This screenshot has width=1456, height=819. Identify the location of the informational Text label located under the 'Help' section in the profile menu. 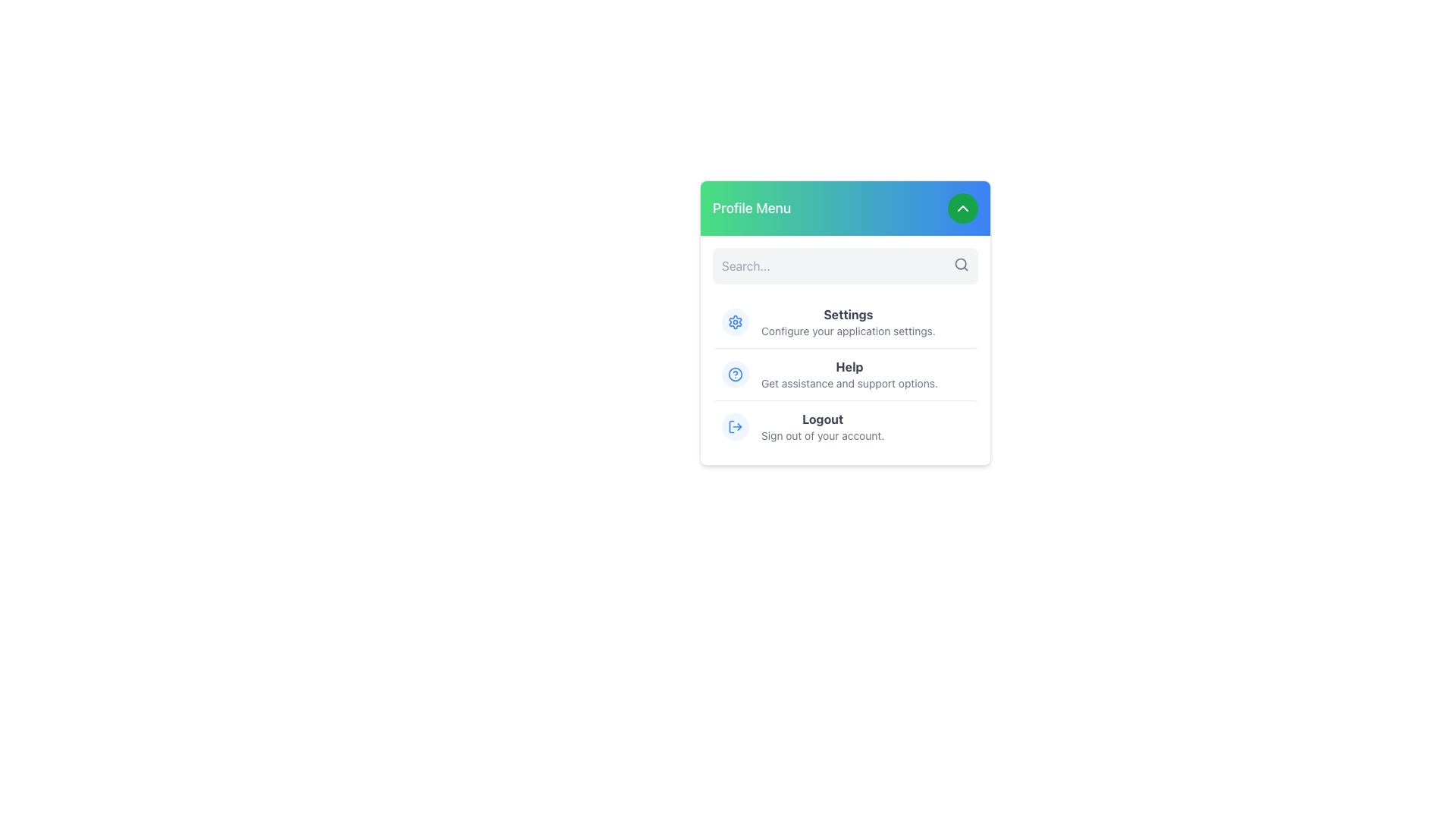
(849, 382).